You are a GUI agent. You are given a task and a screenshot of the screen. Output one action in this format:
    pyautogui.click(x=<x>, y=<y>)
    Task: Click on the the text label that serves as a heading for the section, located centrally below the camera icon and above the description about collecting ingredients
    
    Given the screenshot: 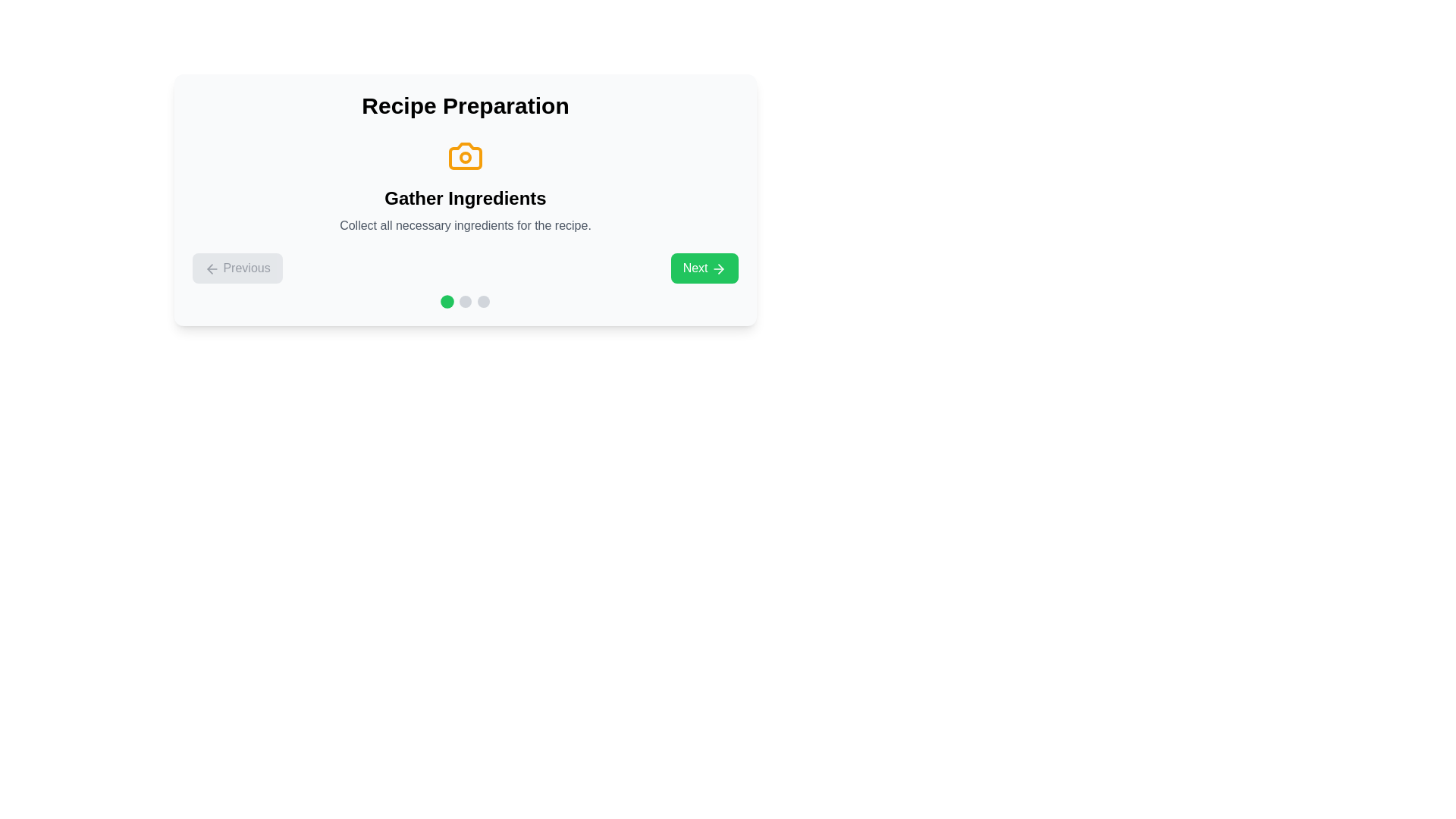 What is the action you would take?
    pyautogui.click(x=465, y=198)
    